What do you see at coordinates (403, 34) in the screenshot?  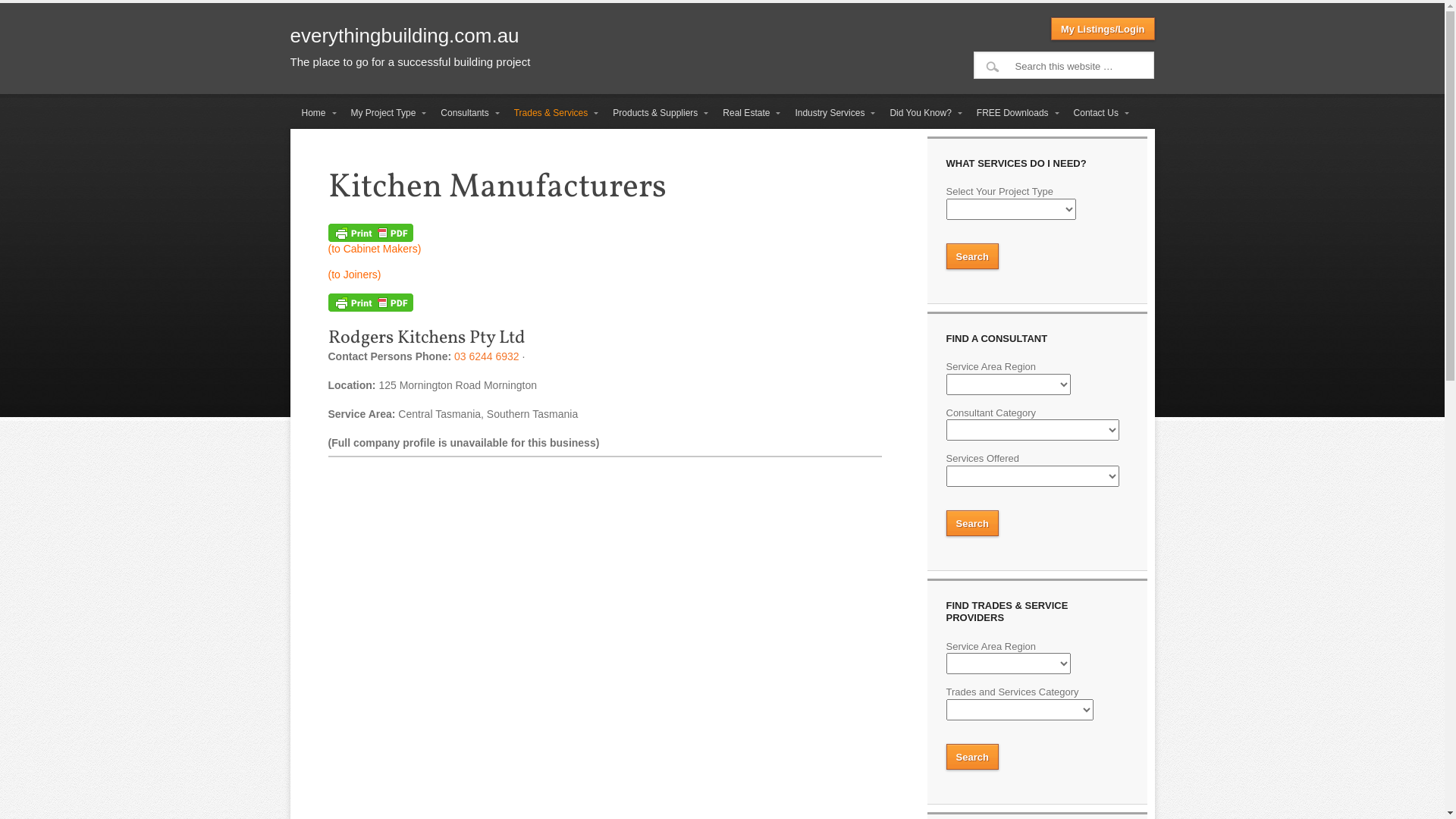 I see `'everythingbuilding.com.au'` at bounding box center [403, 34].